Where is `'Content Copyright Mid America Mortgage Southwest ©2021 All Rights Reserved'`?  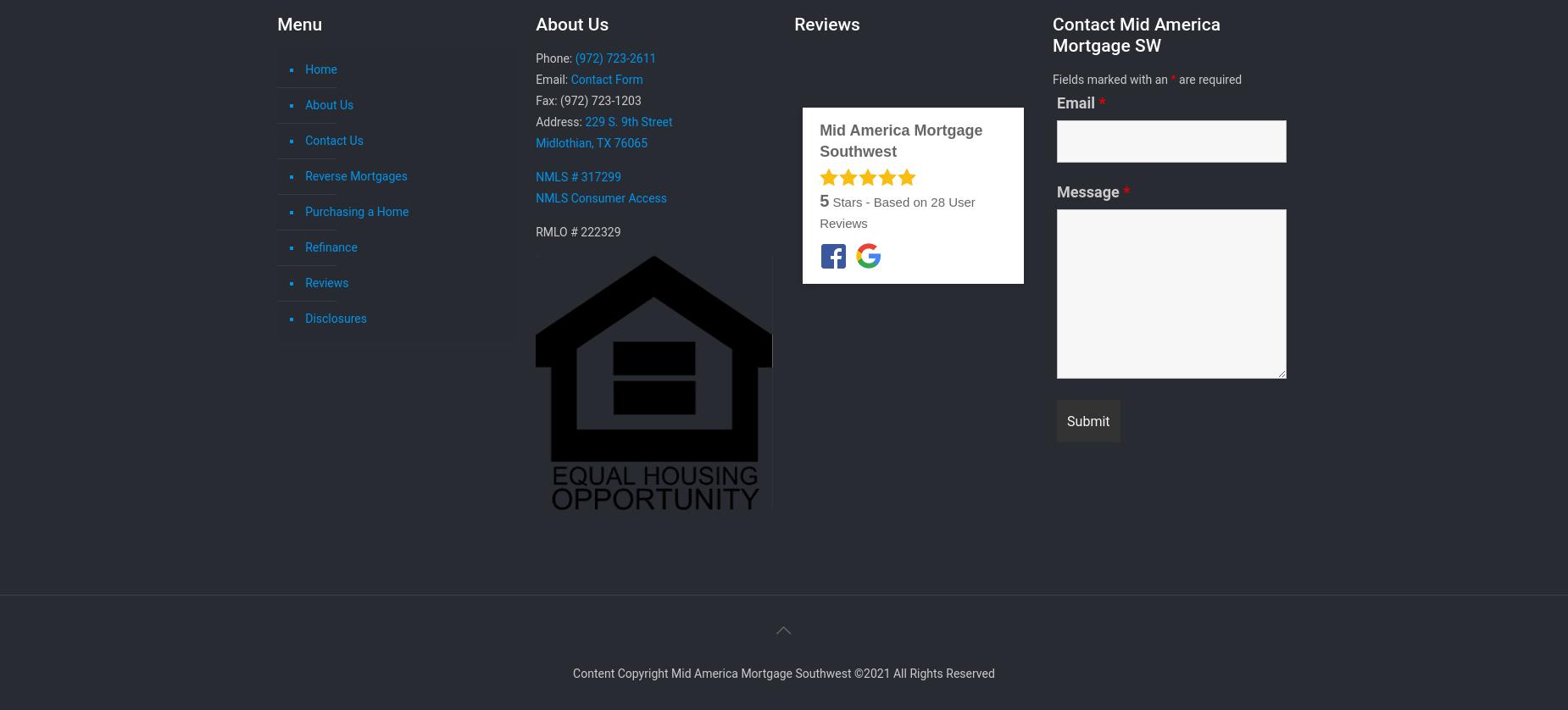
'Content Copyright Mid America Mortgage Southwest ©2021 All Rights Reserved' is located at coordinates (783, 673).